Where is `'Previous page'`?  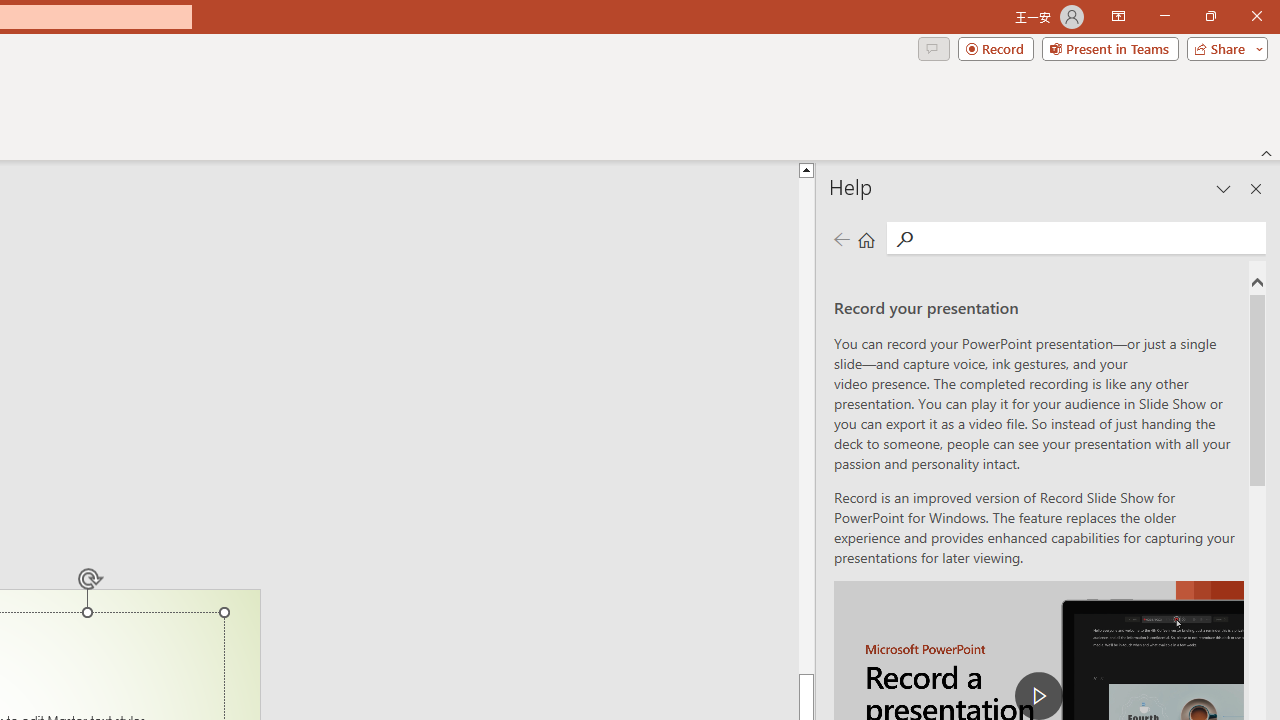 'Previous page' is located at coordinates (841, 238).